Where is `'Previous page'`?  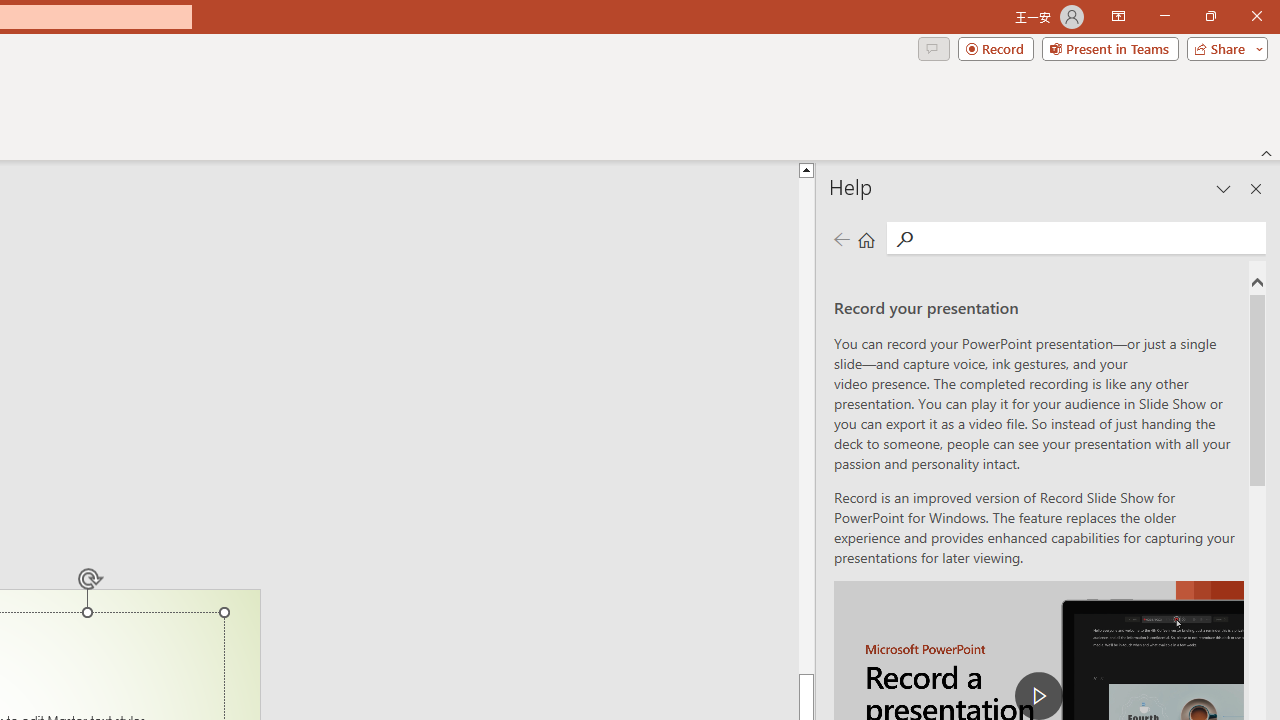 'Previous page' is located at coordinates (841, 238).